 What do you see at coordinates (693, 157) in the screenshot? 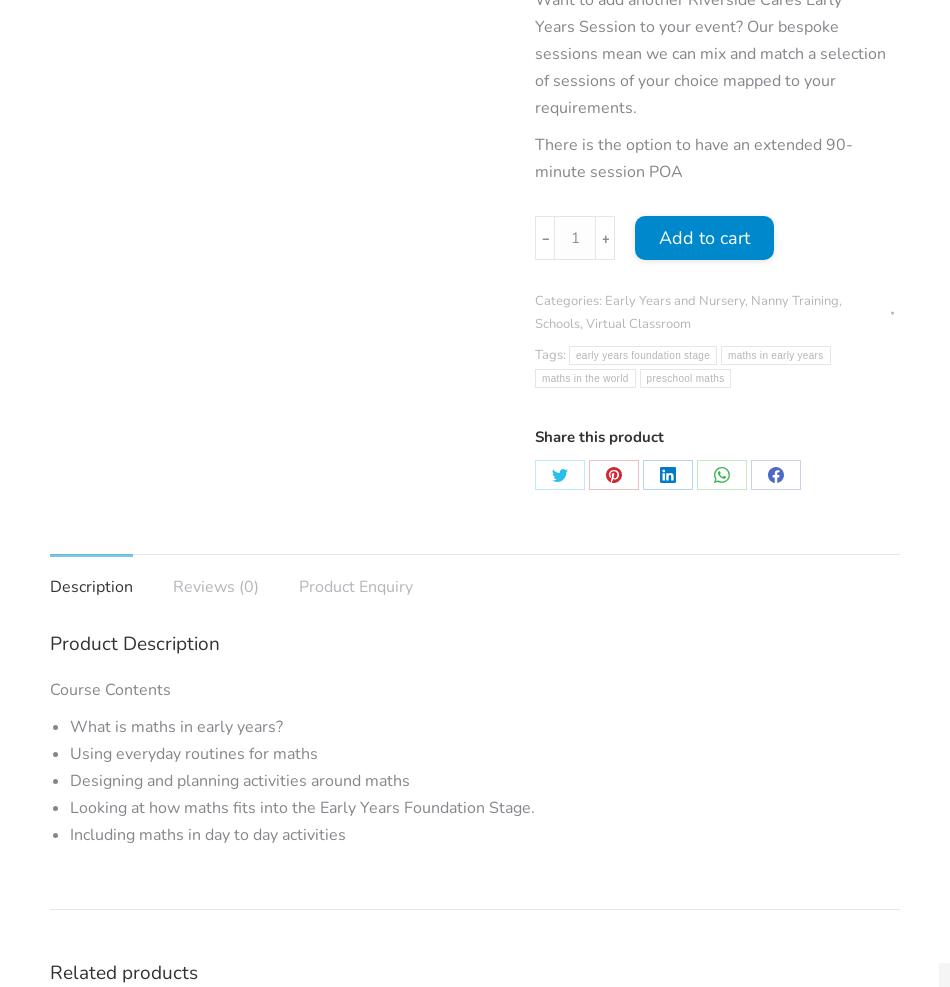
I see `'There is the option to have an extended 90-minute session POA'` at bounding box center [693, 157].